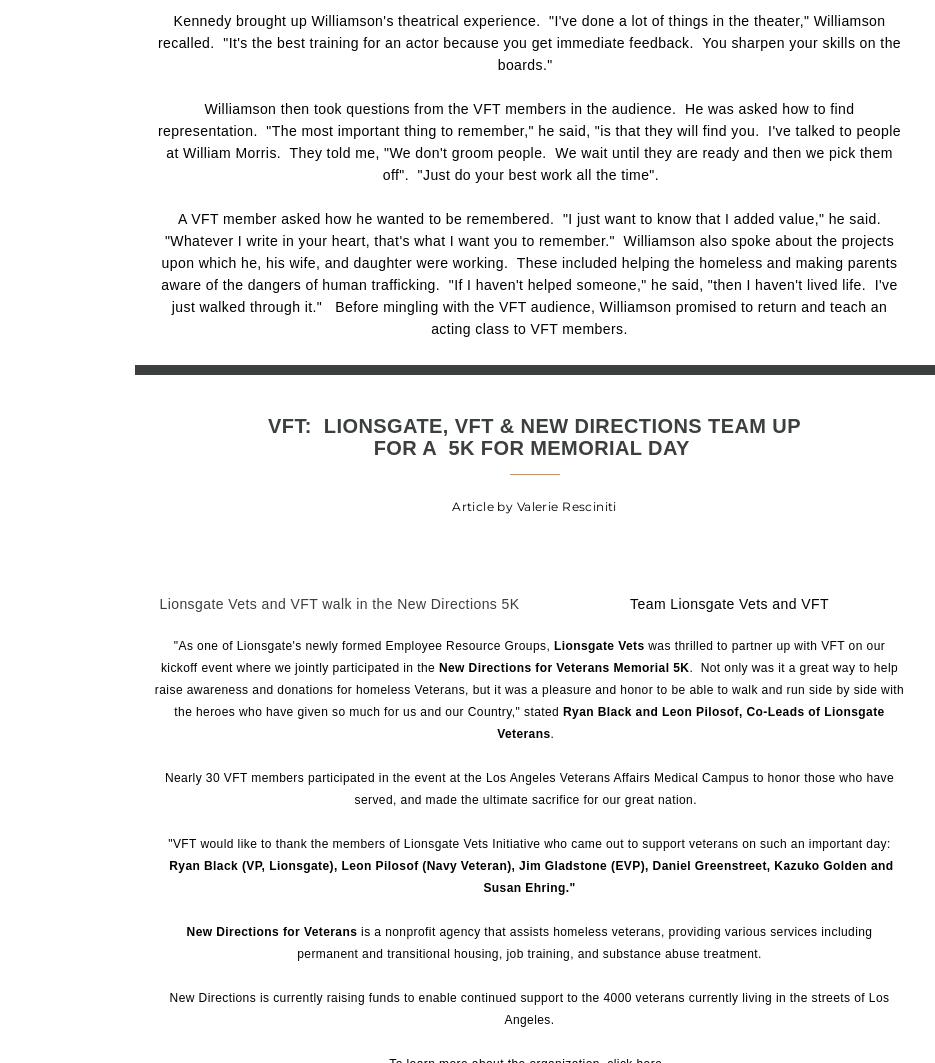 Image resolution: width=935 pixels, height=1063 pixels. I want to click on 'Team Lionsgate Vets and VFT', so click(729, 602).